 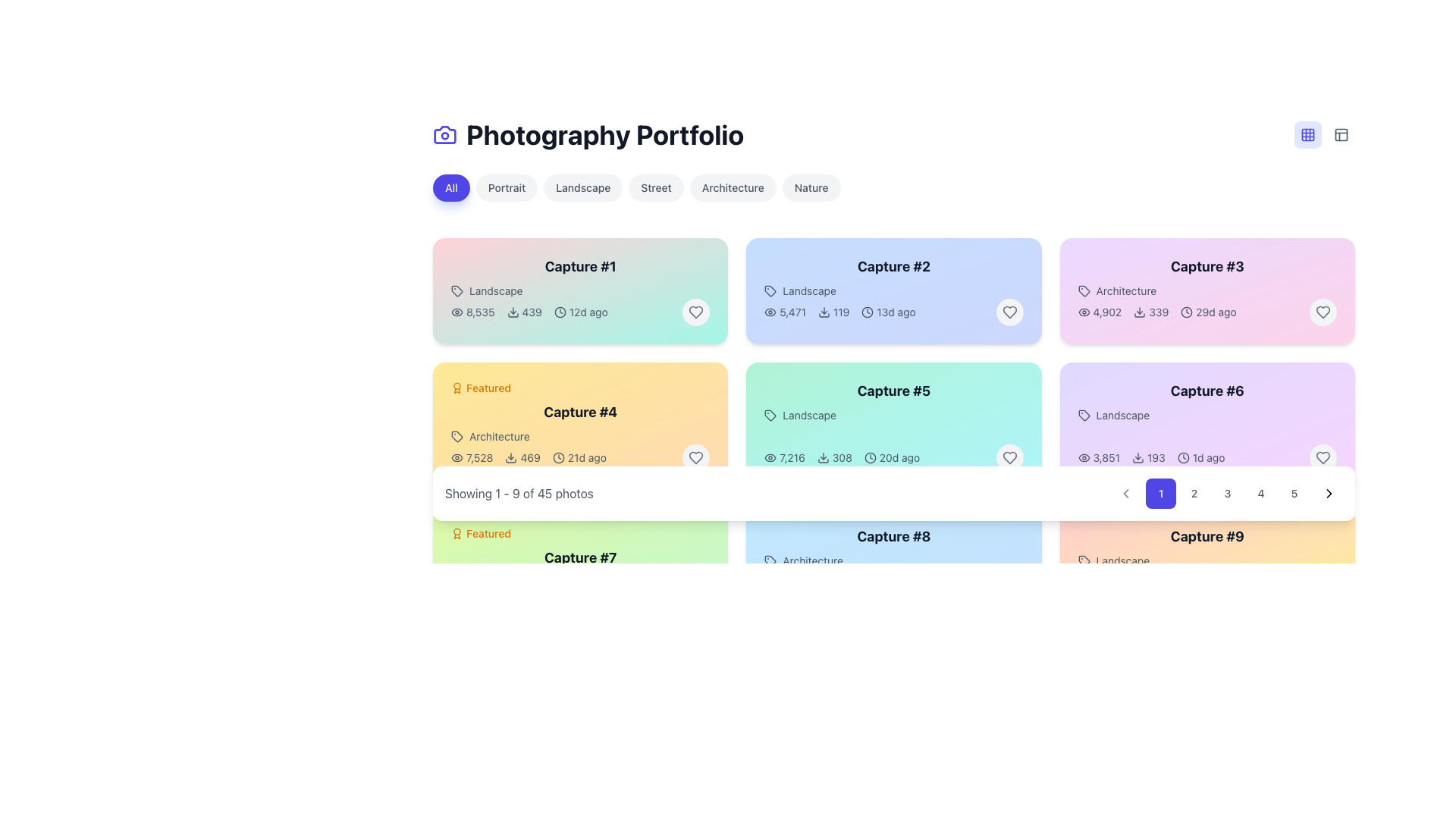 I want to click on the time ago icon located in the card labeled 'Capture #2', positioned to the right of the text '13d ago', so click(x=868, y=312).